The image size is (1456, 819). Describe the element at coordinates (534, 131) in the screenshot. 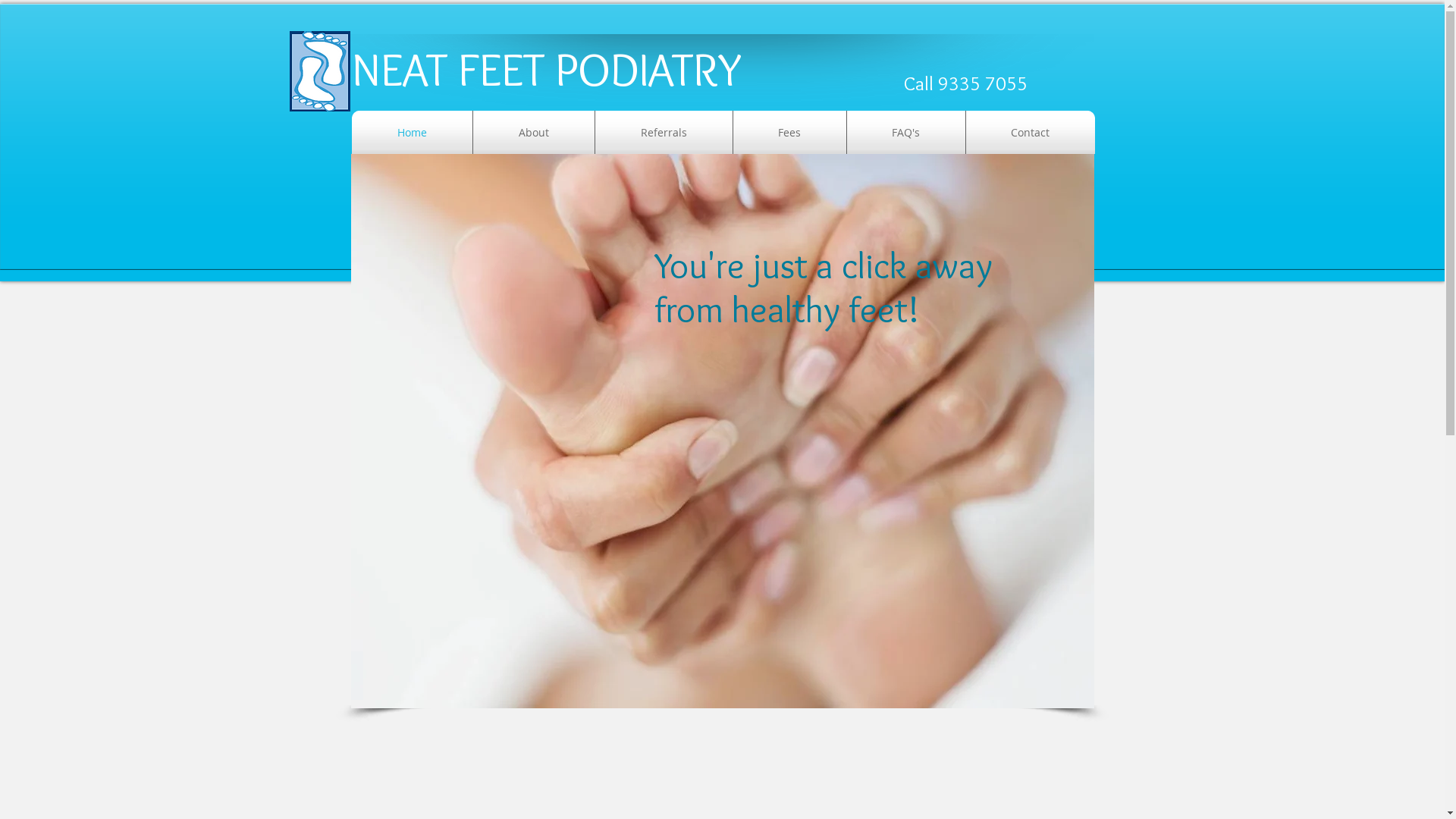

I see `'About'` at that location.